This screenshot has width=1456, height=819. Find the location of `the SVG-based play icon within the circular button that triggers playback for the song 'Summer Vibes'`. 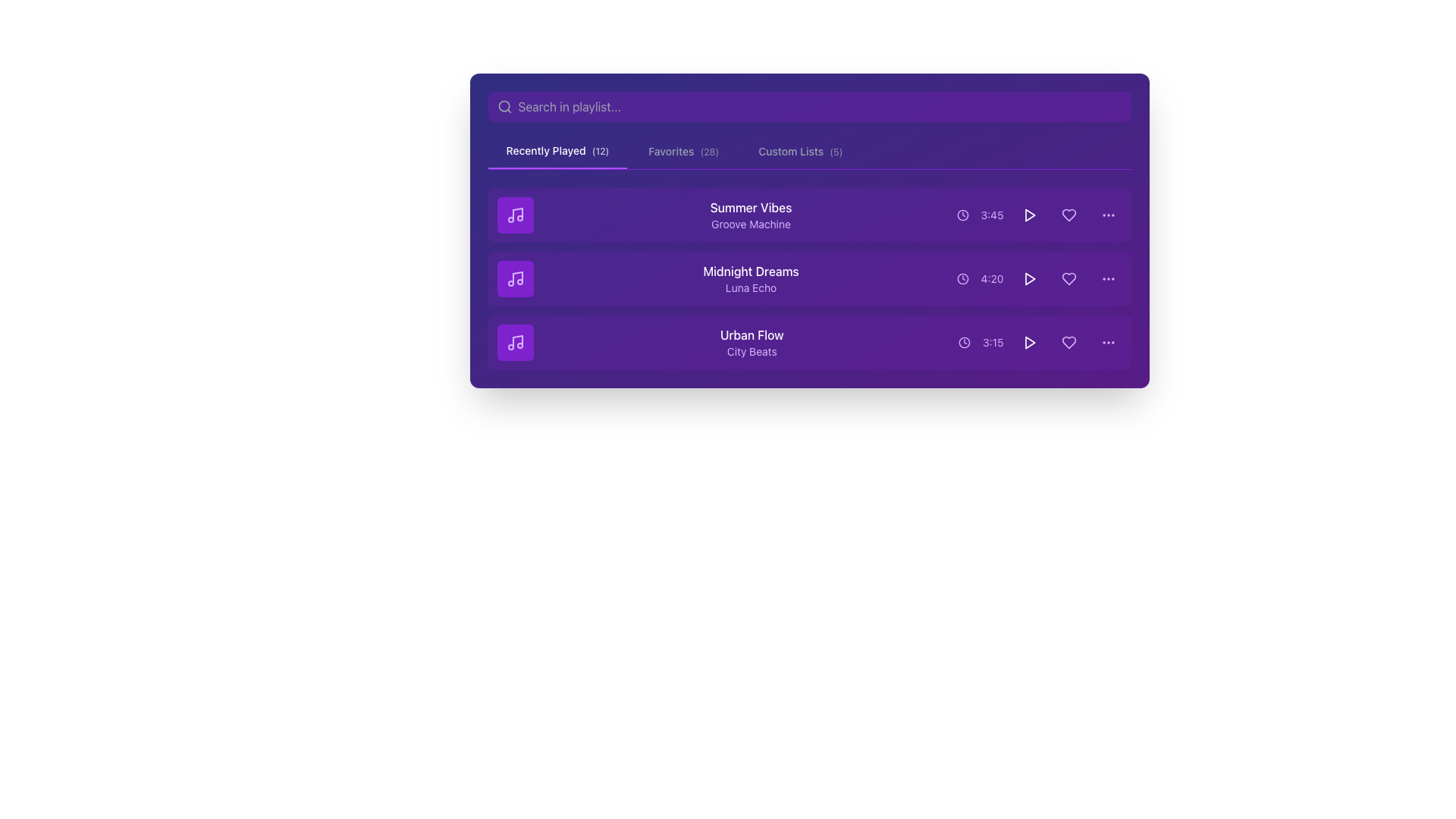

the SVG-based play icon within the circular button that triggers playback for the song 'Summer Vibes' is located at coordinates (1029, 215).